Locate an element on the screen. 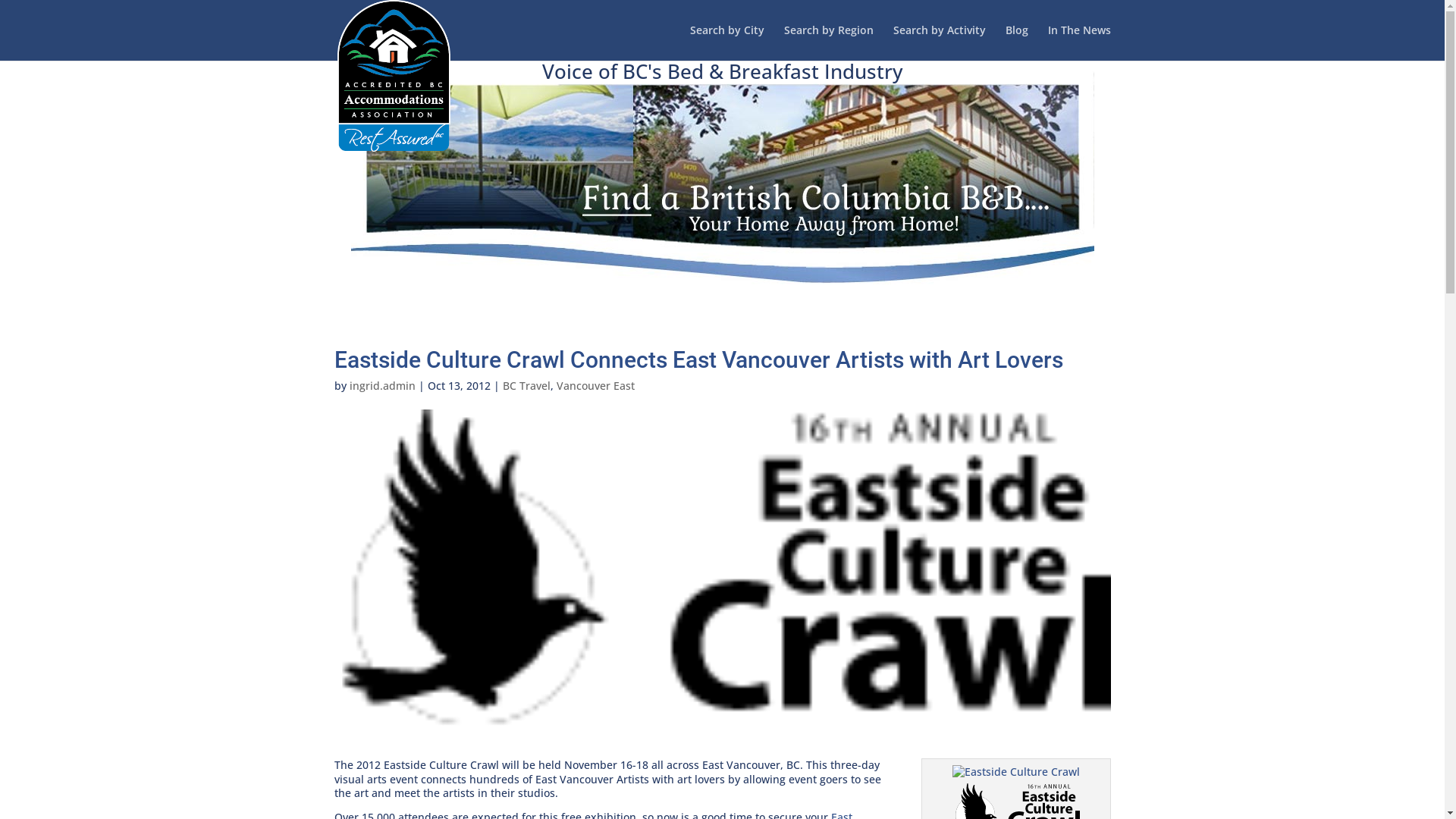 The width and height of the screenshot is (1456, 819). 'Search by Region' is located at coordinates (828, 42).